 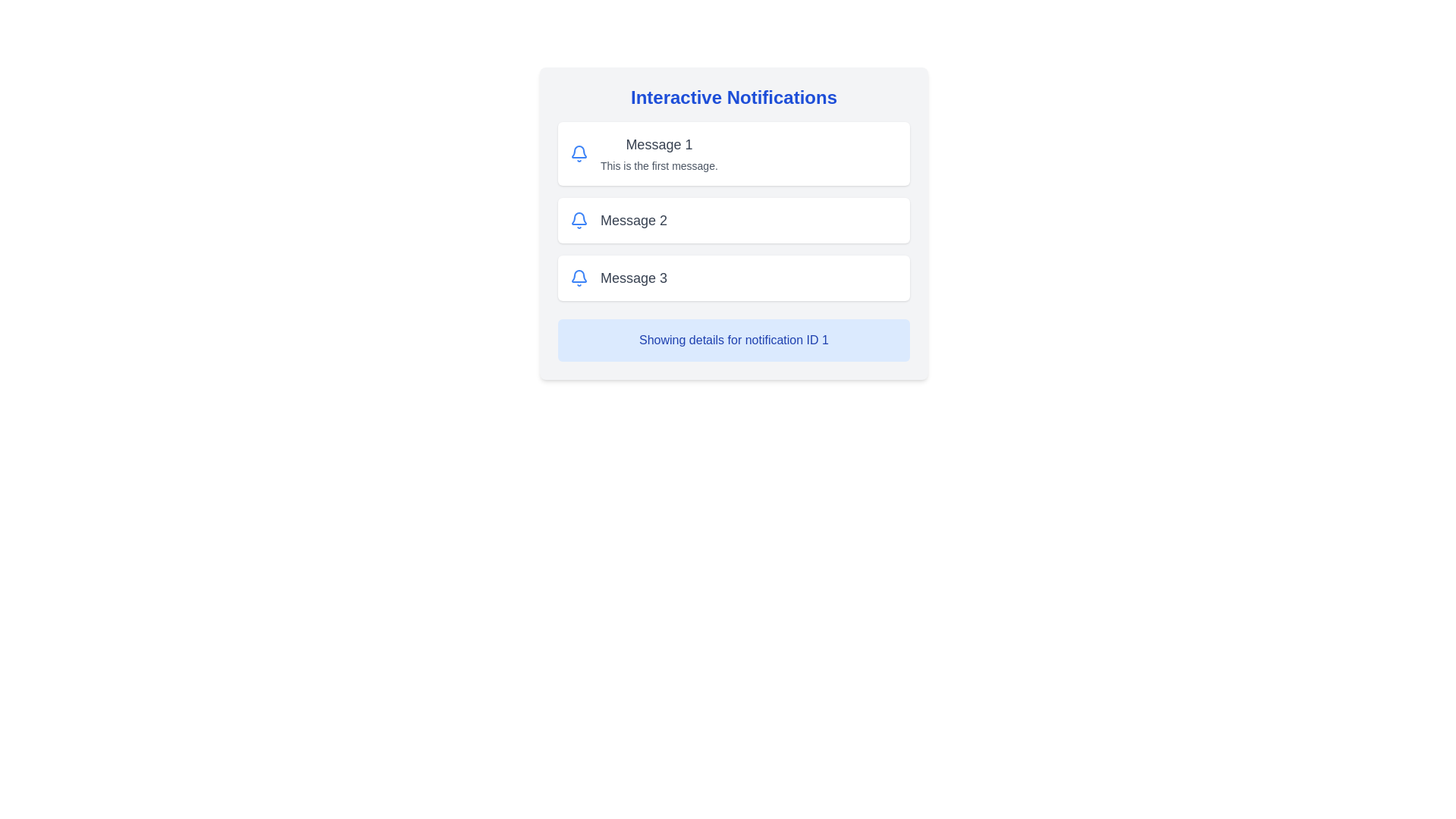 I want to click on the Informational banner with a light blue background and dark blue text reading 'Showing details for notification ID 1', so click(x=734, y=339).